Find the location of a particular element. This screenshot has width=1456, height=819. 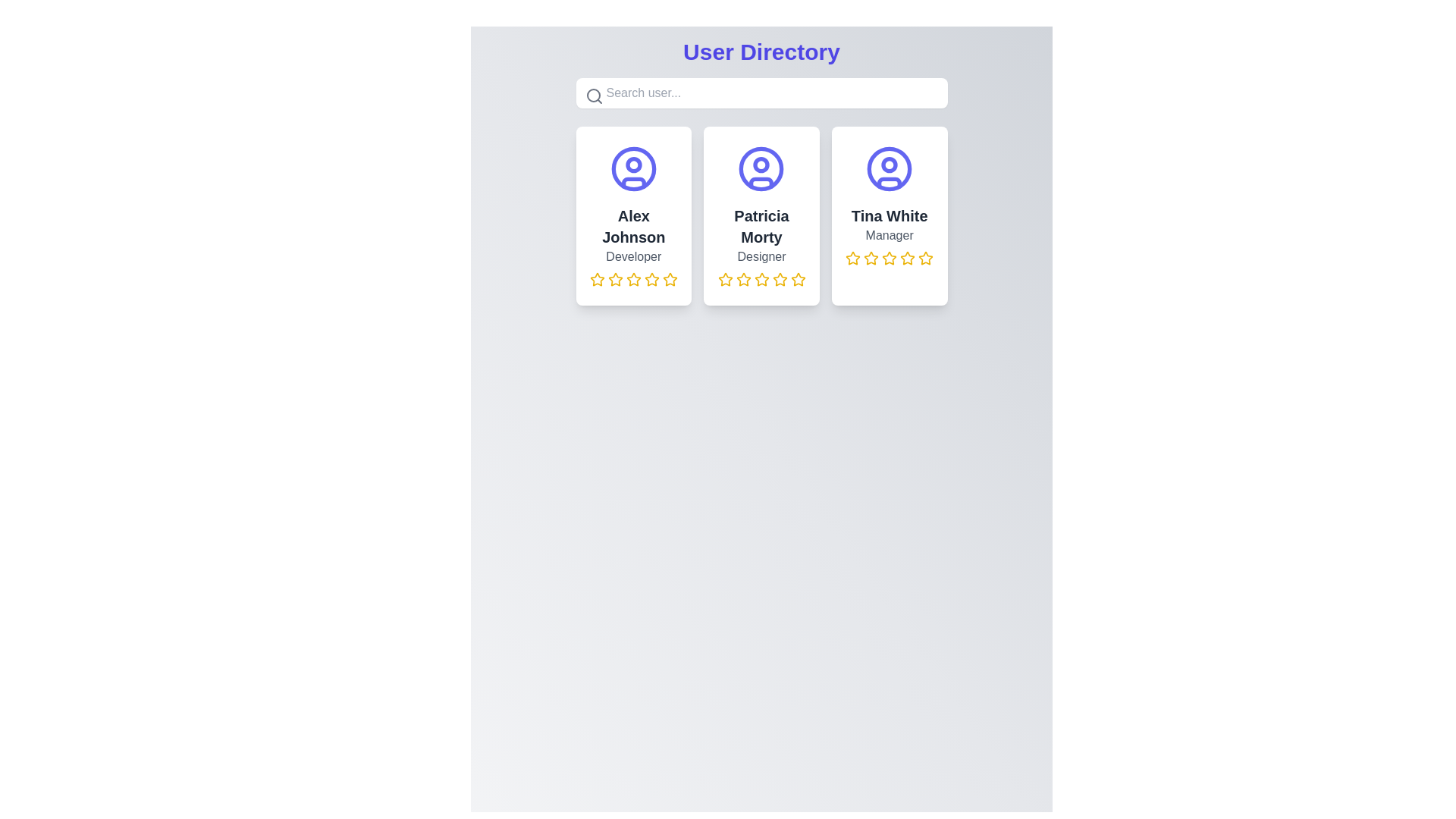

the profile icon representing 'Patricia Morty' is located at coordinates (761, 169).